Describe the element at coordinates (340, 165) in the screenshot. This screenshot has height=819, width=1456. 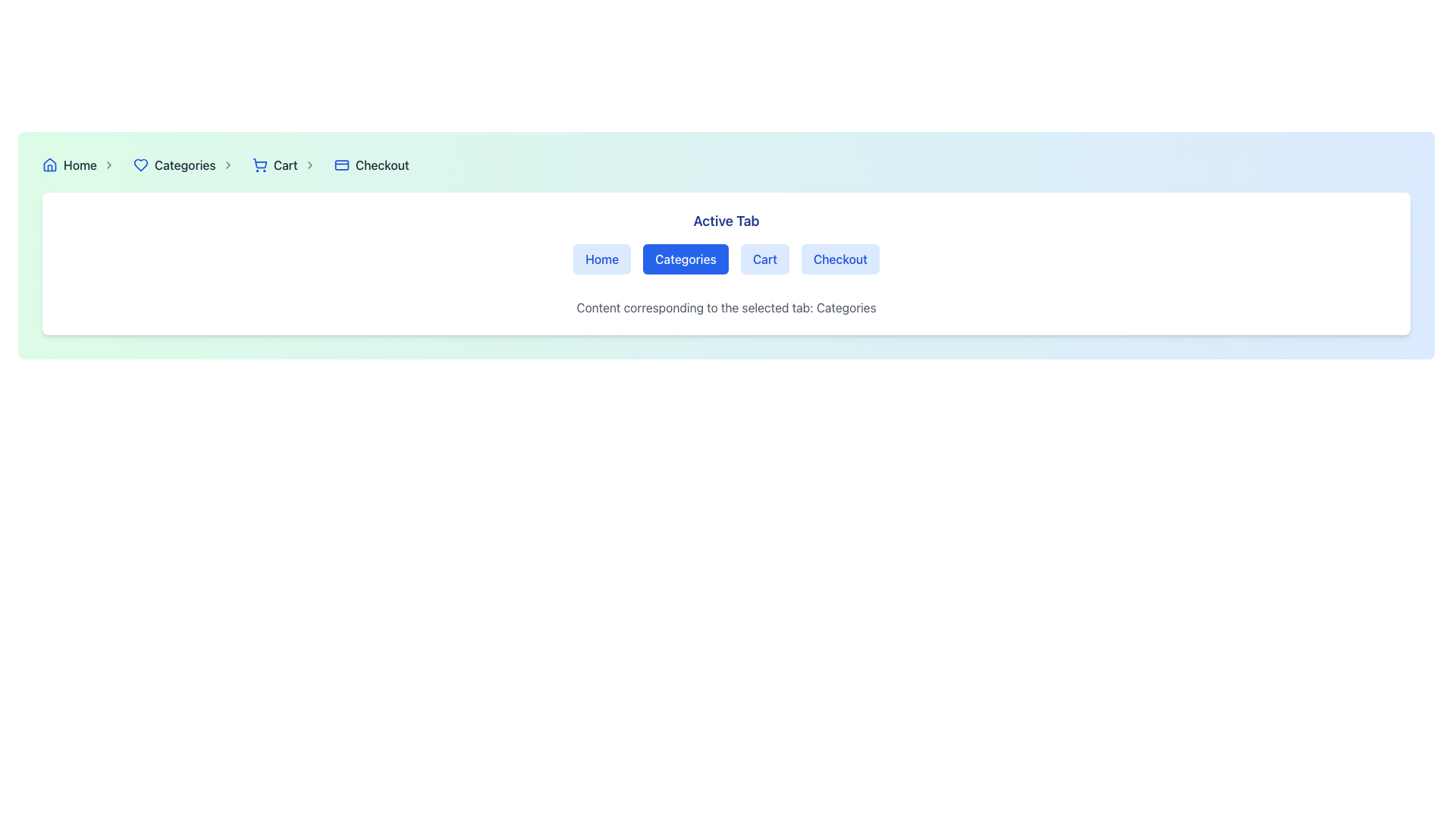
I see `the credit card icon in the breadcrumb navigation bar, located to the left of the 'Checkout' text` at that location.